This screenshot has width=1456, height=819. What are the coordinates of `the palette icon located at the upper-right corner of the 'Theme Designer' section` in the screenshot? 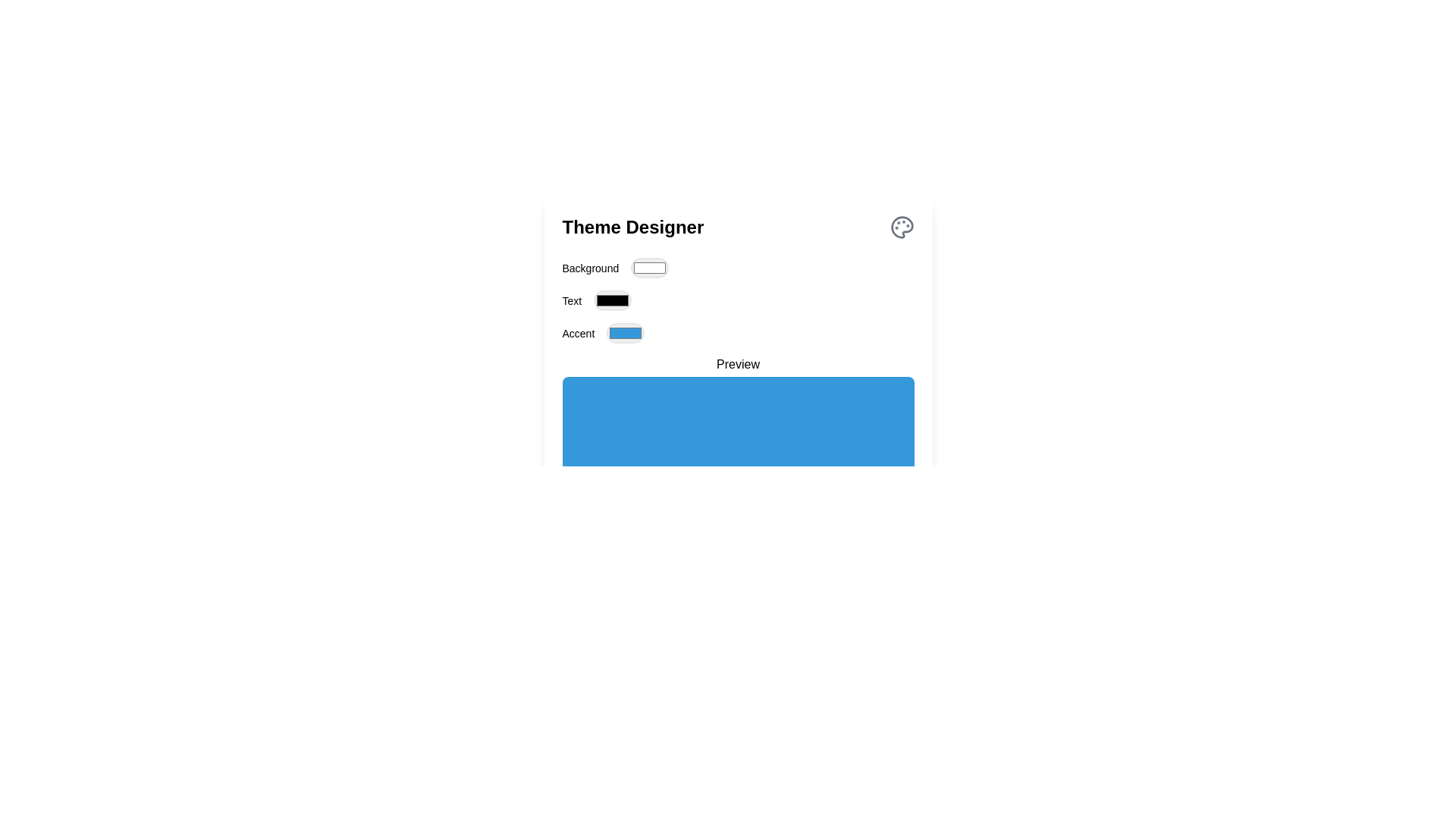 It's located at (902, 227).